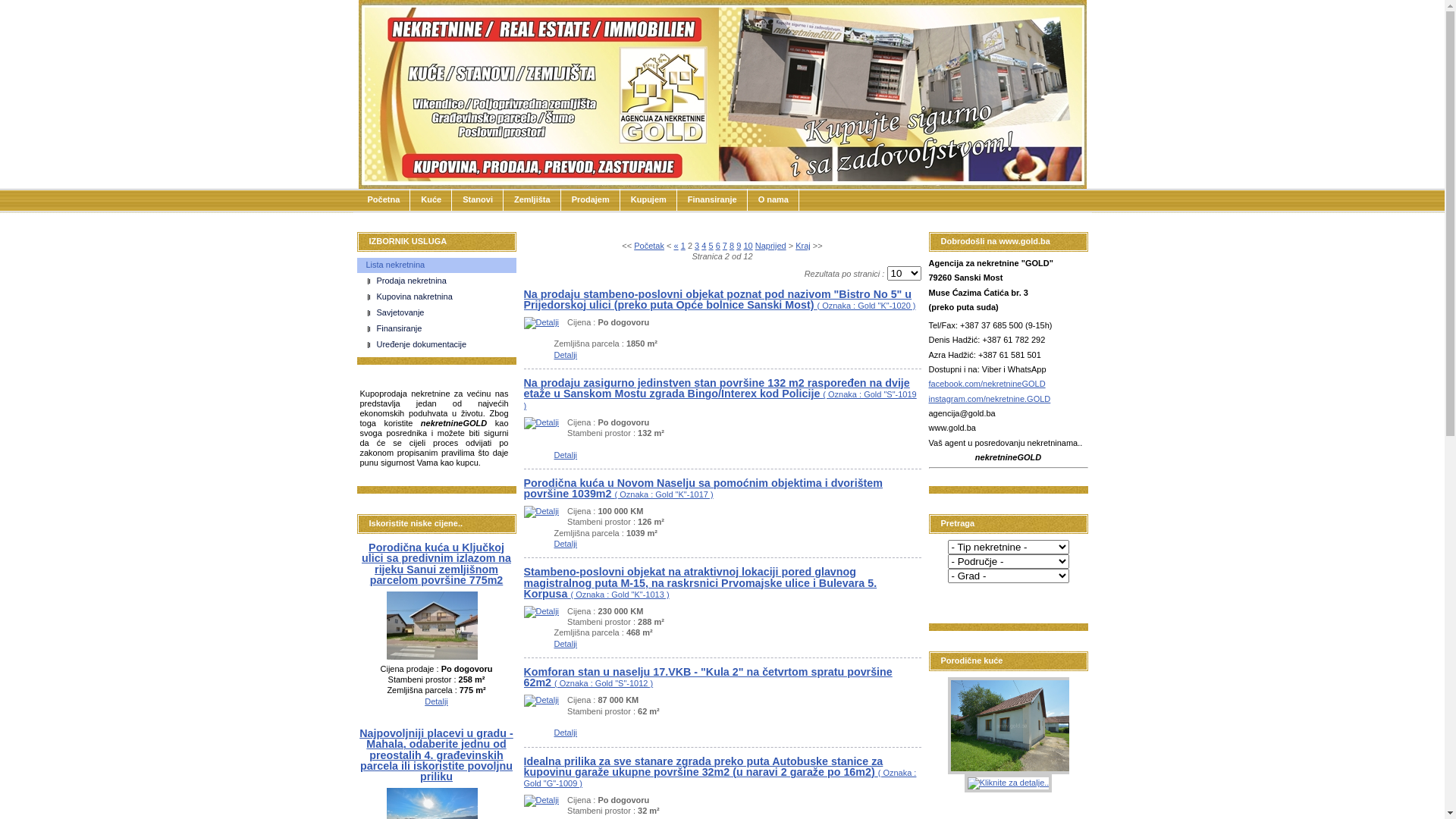 Image resolution: width=1456 pixels, height=819 pixels. What do you see at coordinates (541, 321) in the screenshot?
I see `'Detalji'` at bounding box center [541, 321].